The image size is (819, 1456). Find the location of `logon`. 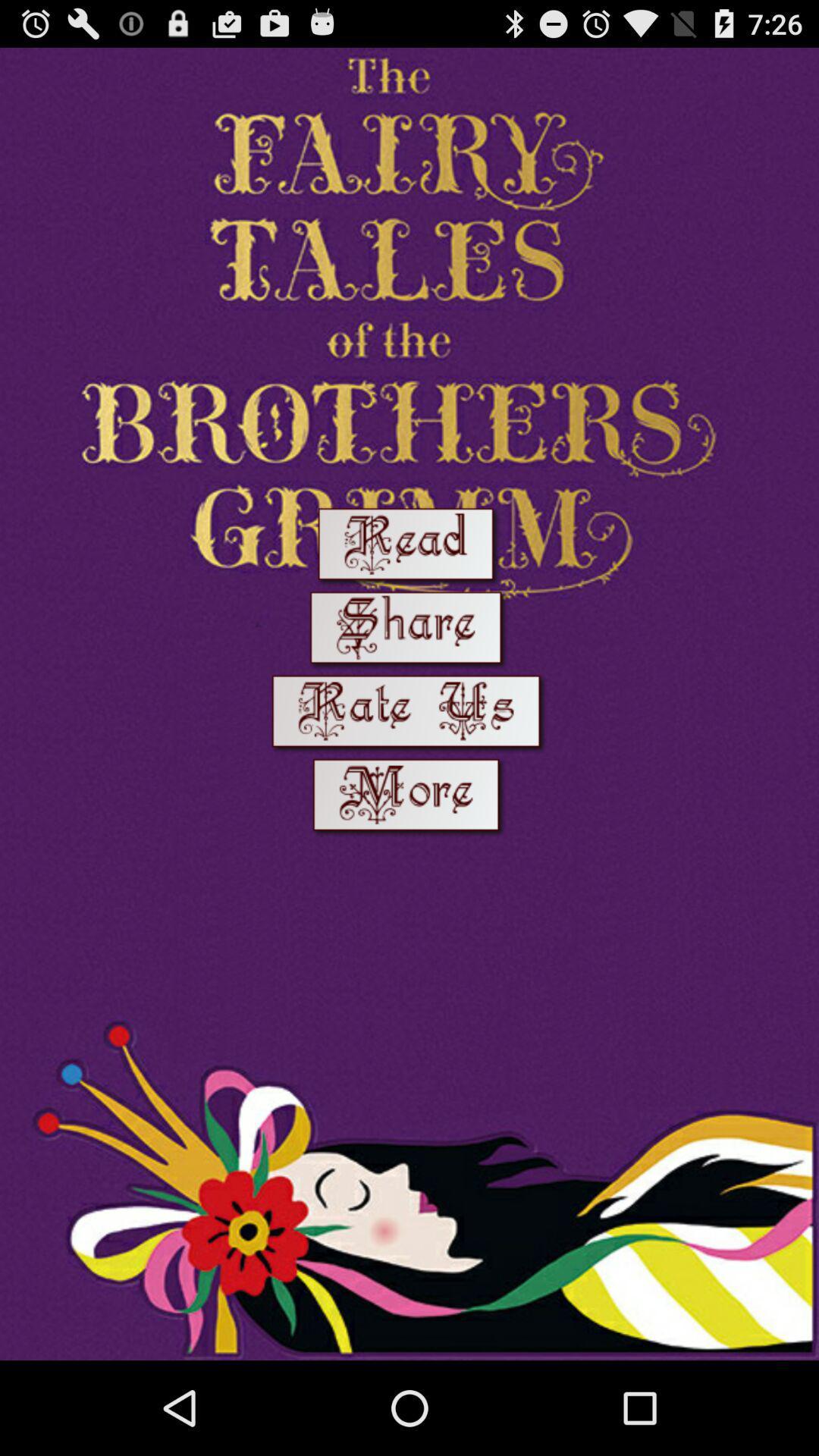

logon is located at coordinates (409, 714).